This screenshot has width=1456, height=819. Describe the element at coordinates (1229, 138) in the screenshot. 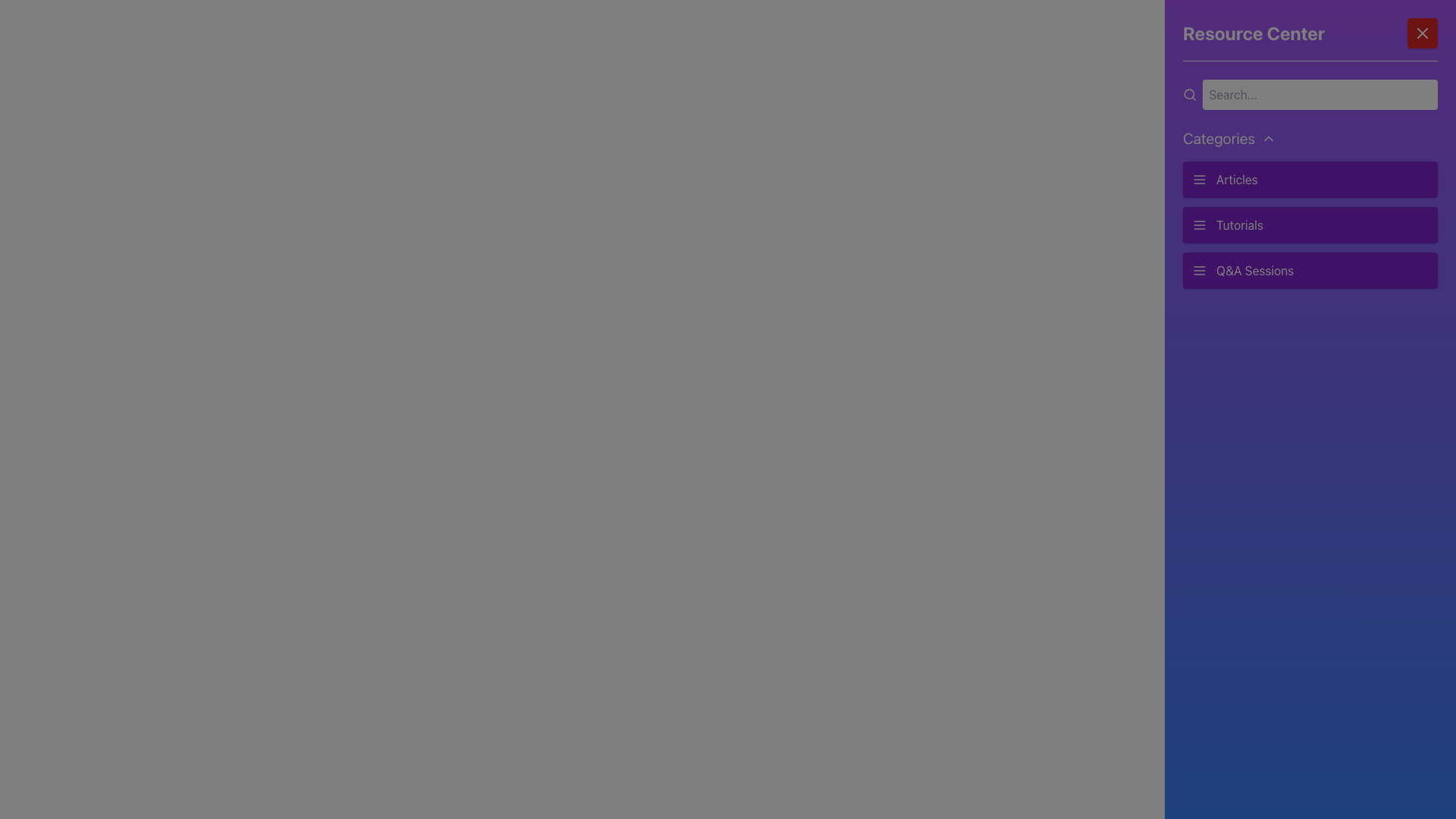

I see `the 'Categories' button using keyboard navigation` at that location.